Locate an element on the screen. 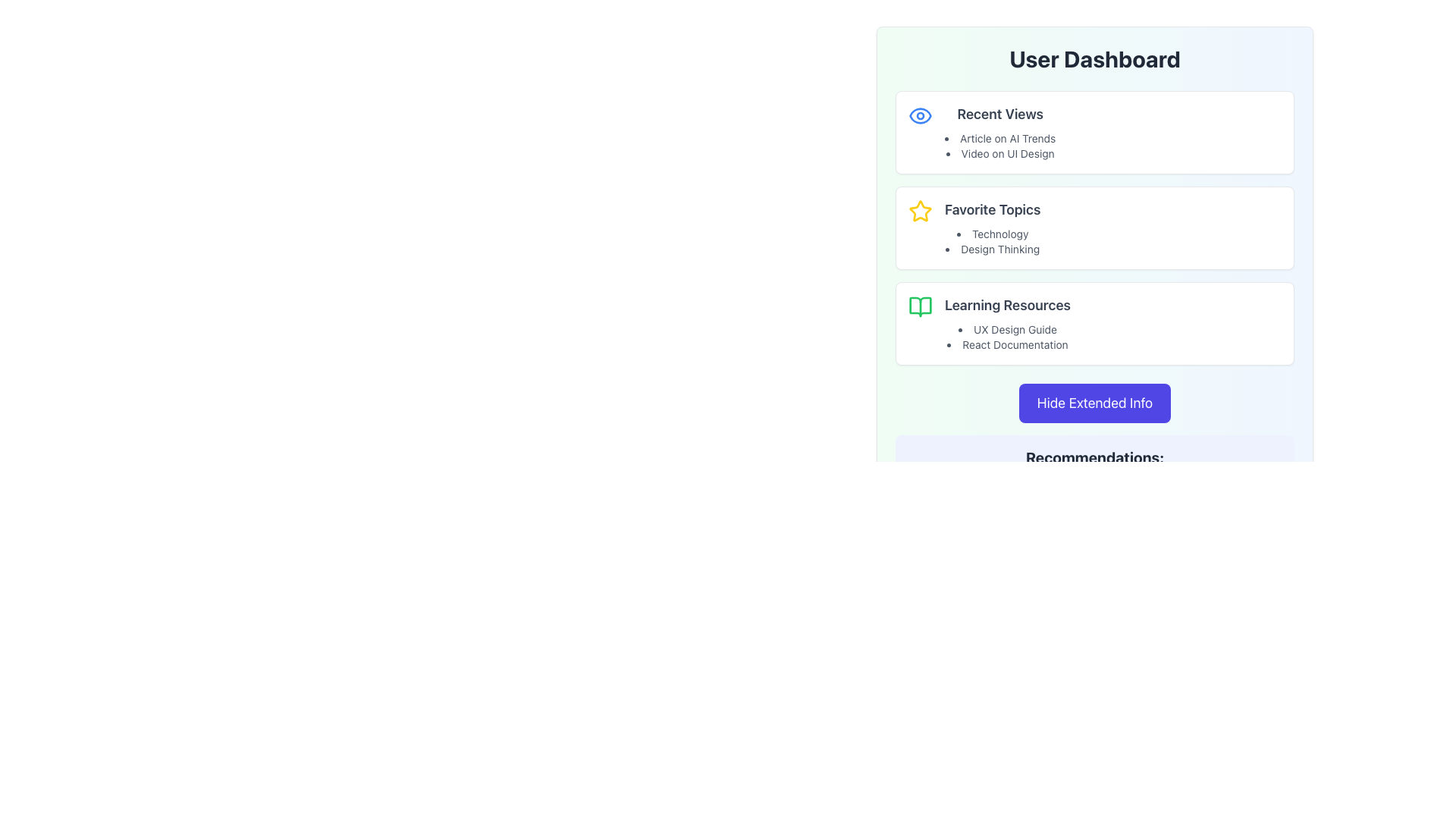 Image resolution: width=1456 pixels, height=819 pixels. the text label that provides information about the resource titled 'UX Design Guide' is located at coordinates (1008, 329).